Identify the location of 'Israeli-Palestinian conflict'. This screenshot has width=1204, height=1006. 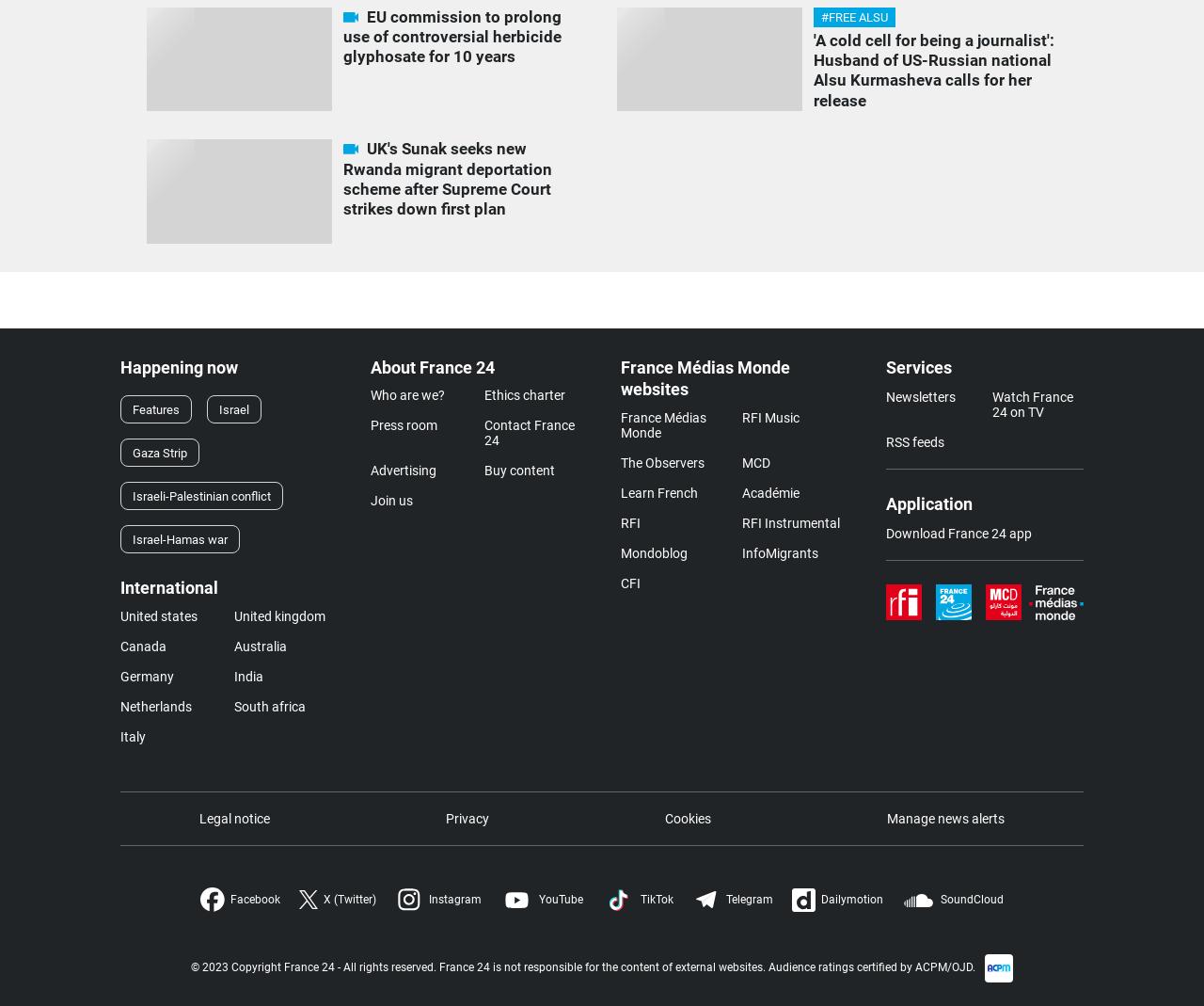
(201, 494).